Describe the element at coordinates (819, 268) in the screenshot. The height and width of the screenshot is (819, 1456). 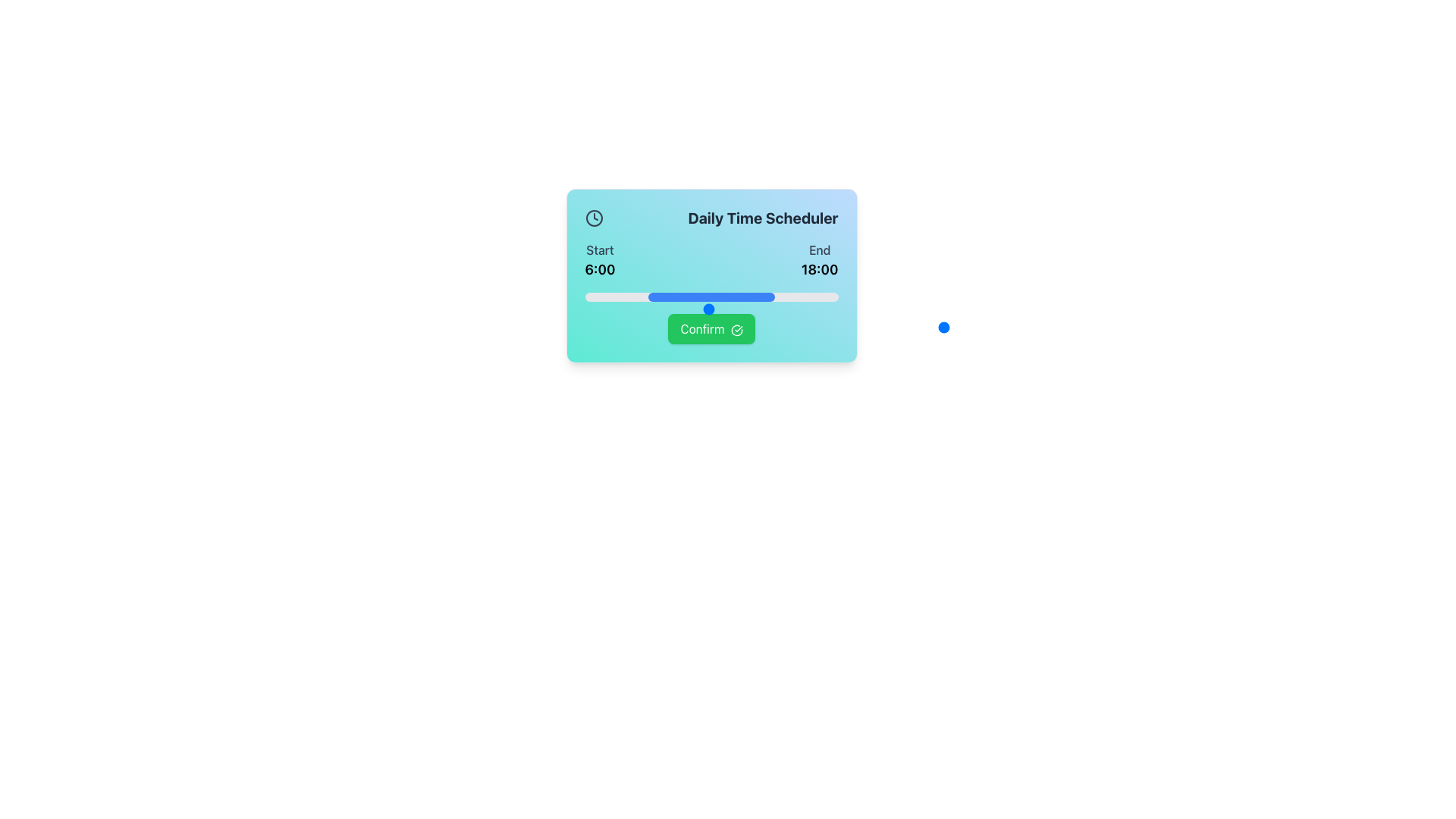
I see `the text label displaying '18:00' located in the upper right corner of the 'Daily Time Scheduler' card, which is below the 'End' label and to the right of a slider` at that location.